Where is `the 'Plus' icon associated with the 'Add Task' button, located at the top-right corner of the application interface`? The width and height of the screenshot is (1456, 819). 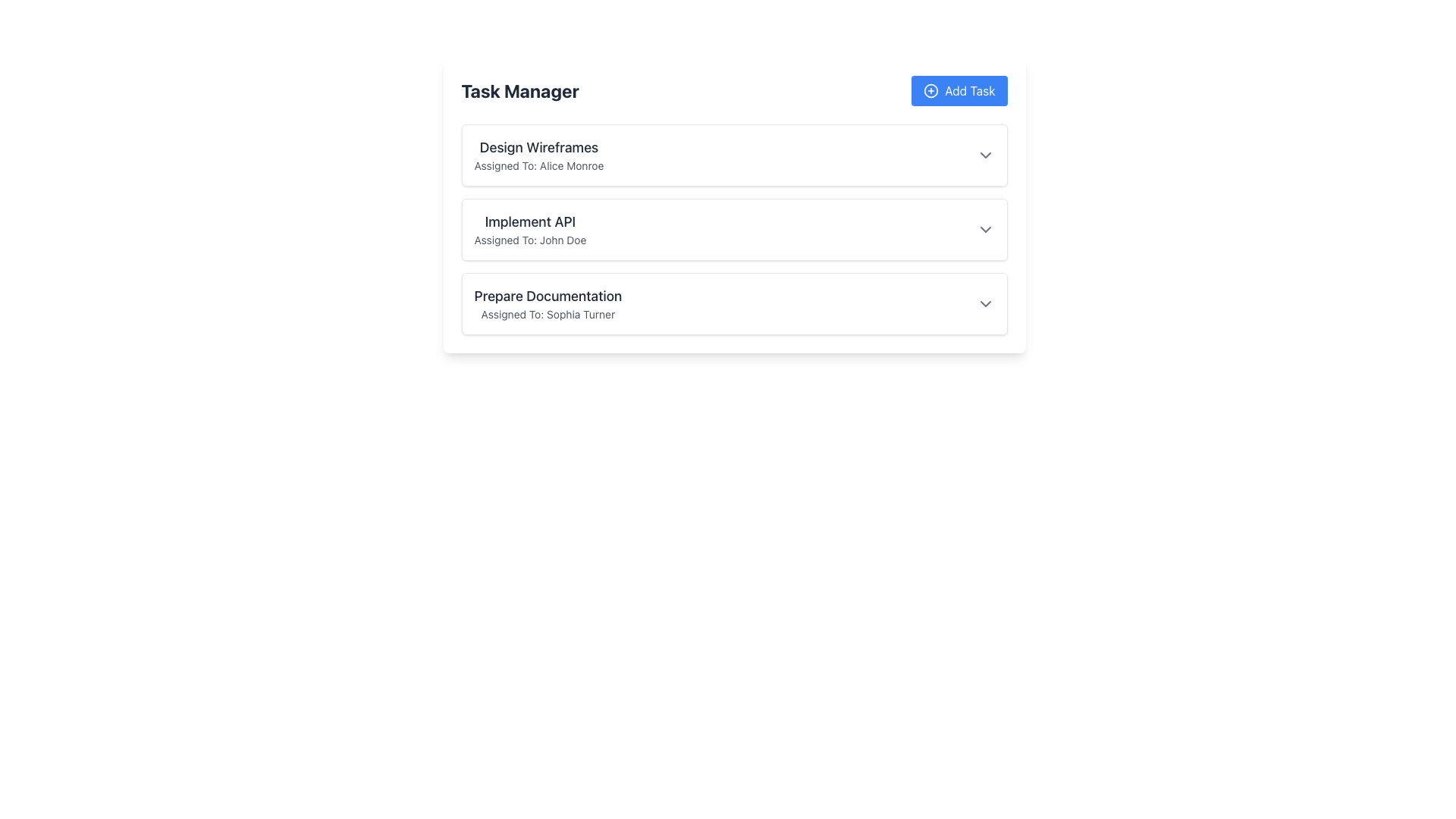
the 'Plus' icon associated with the 'Add Task' button, located at the top-right corner of the application interface is located at coordinates (930, 90).